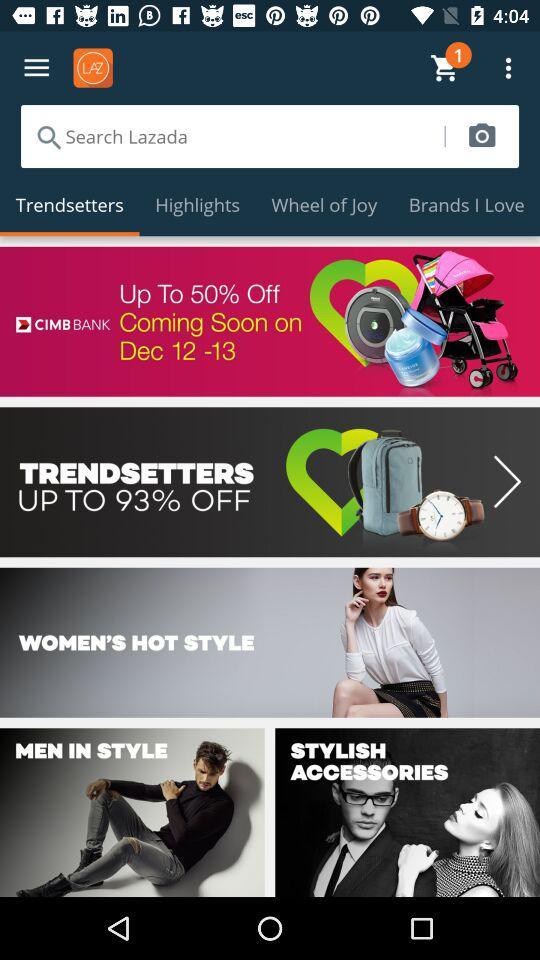  I want to click on advertisement for cimb bank, so click(270, 321).